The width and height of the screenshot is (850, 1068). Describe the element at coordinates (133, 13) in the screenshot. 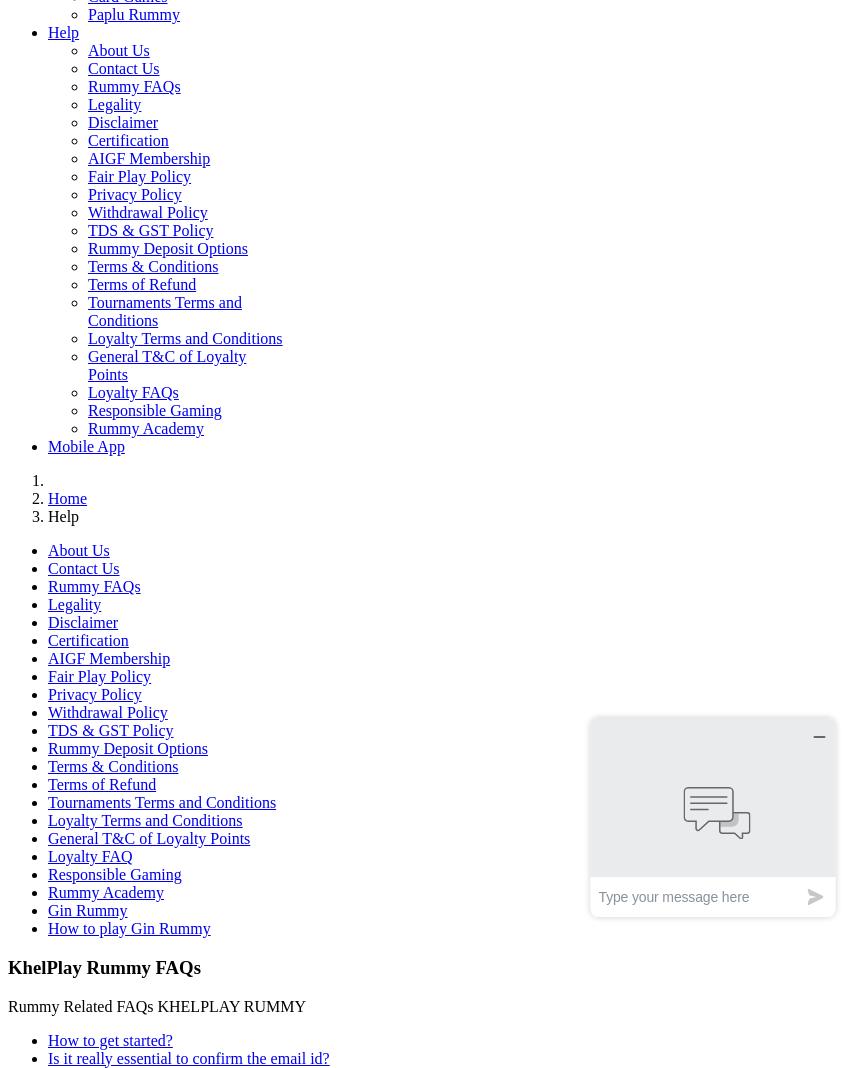

I see `'Paplu Rummy'` at that location.